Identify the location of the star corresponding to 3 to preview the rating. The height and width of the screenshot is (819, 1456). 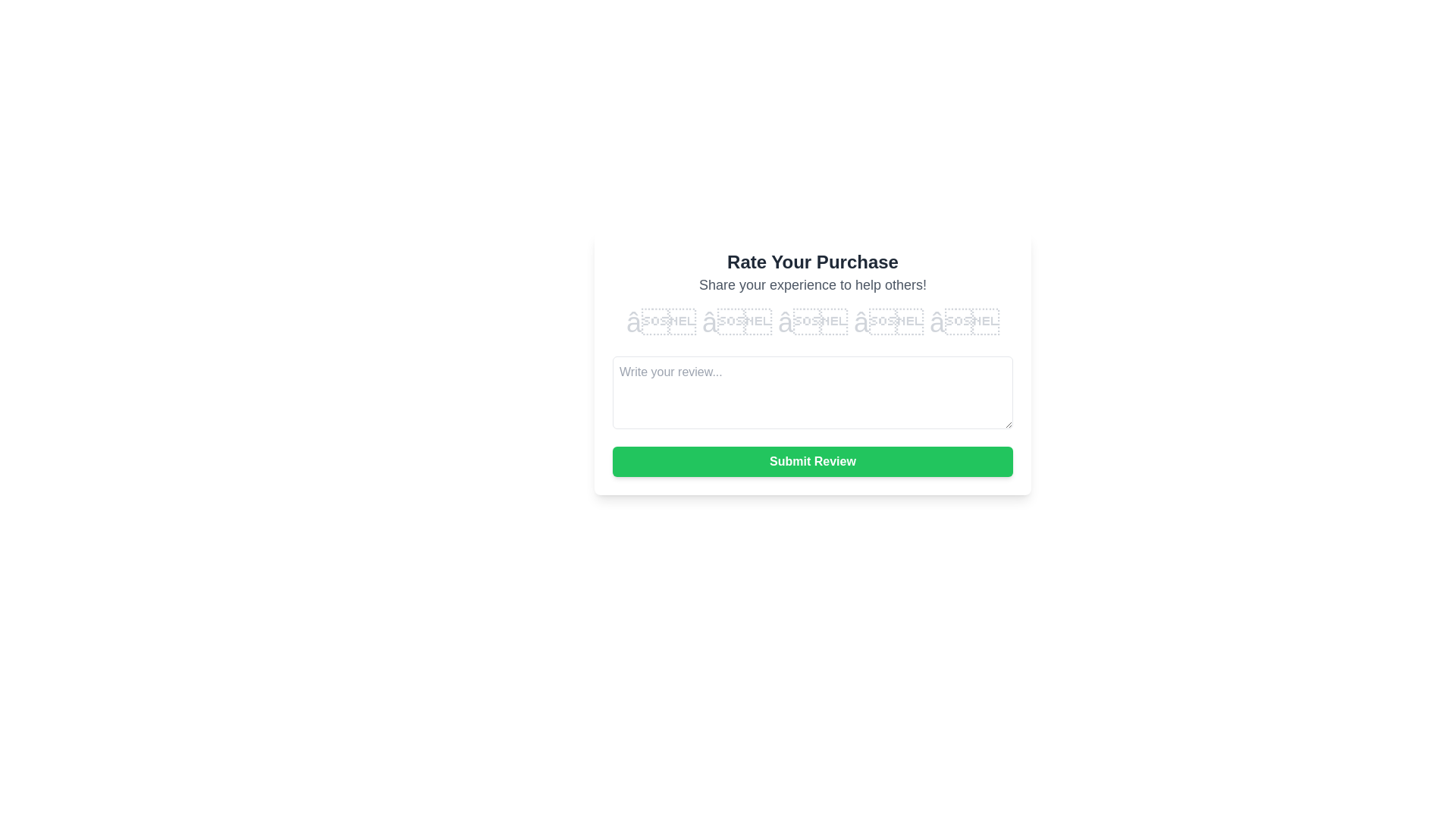
(811, 322).